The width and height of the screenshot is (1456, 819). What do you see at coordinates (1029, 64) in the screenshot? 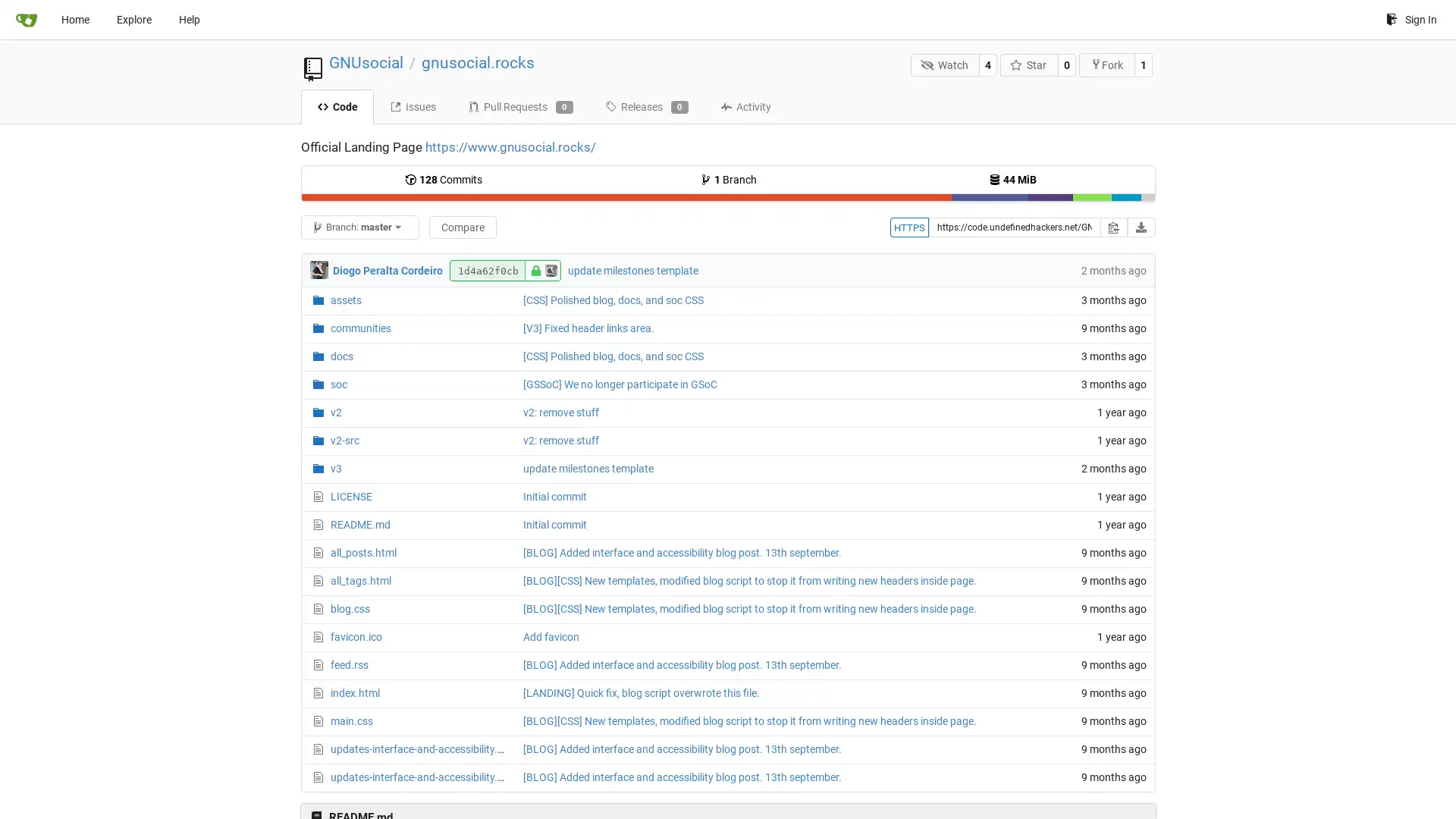
I see `Star` at bounding box center [1029, 64].